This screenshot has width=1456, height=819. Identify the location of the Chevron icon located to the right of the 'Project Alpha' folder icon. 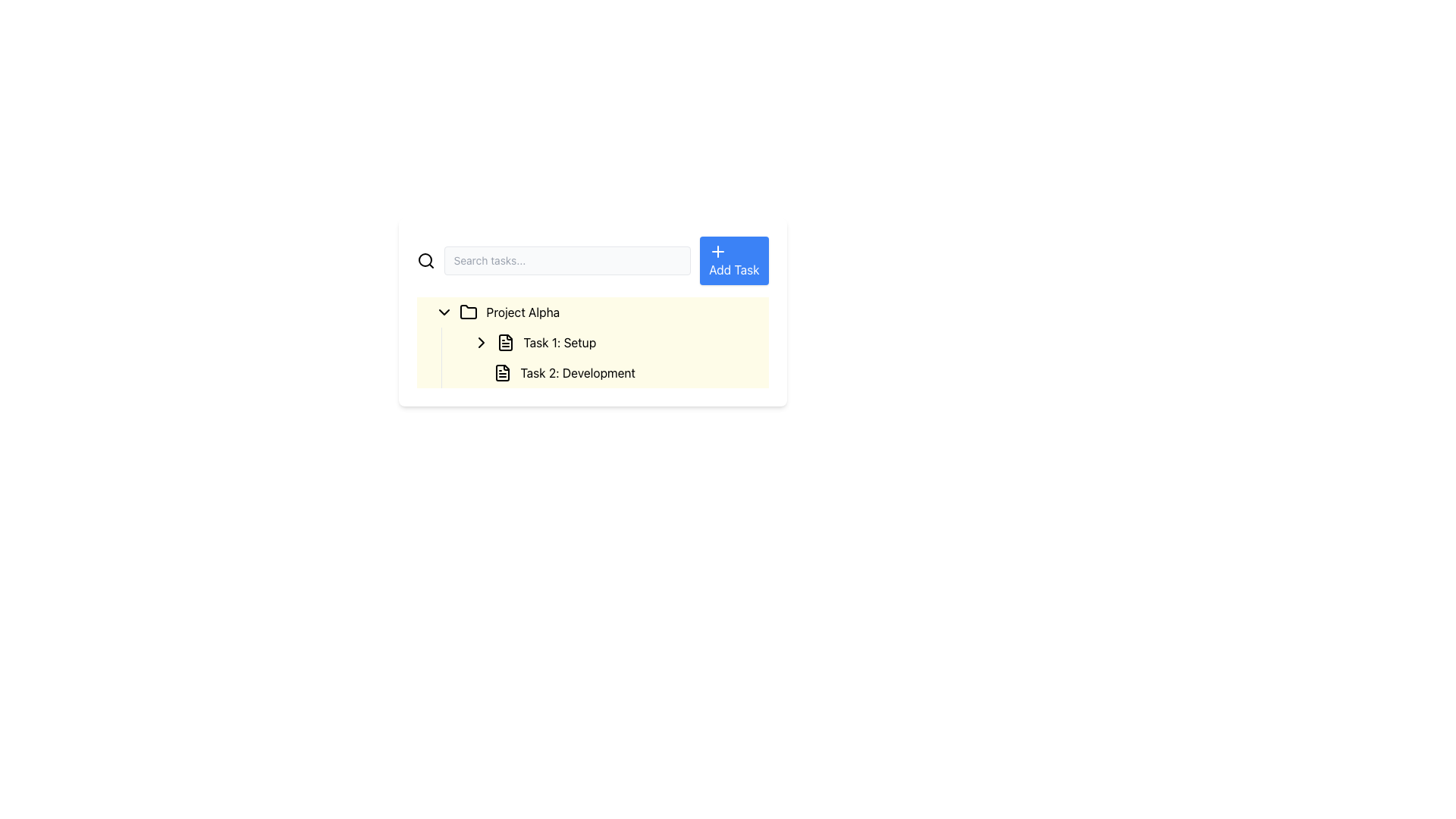
(480, 342).